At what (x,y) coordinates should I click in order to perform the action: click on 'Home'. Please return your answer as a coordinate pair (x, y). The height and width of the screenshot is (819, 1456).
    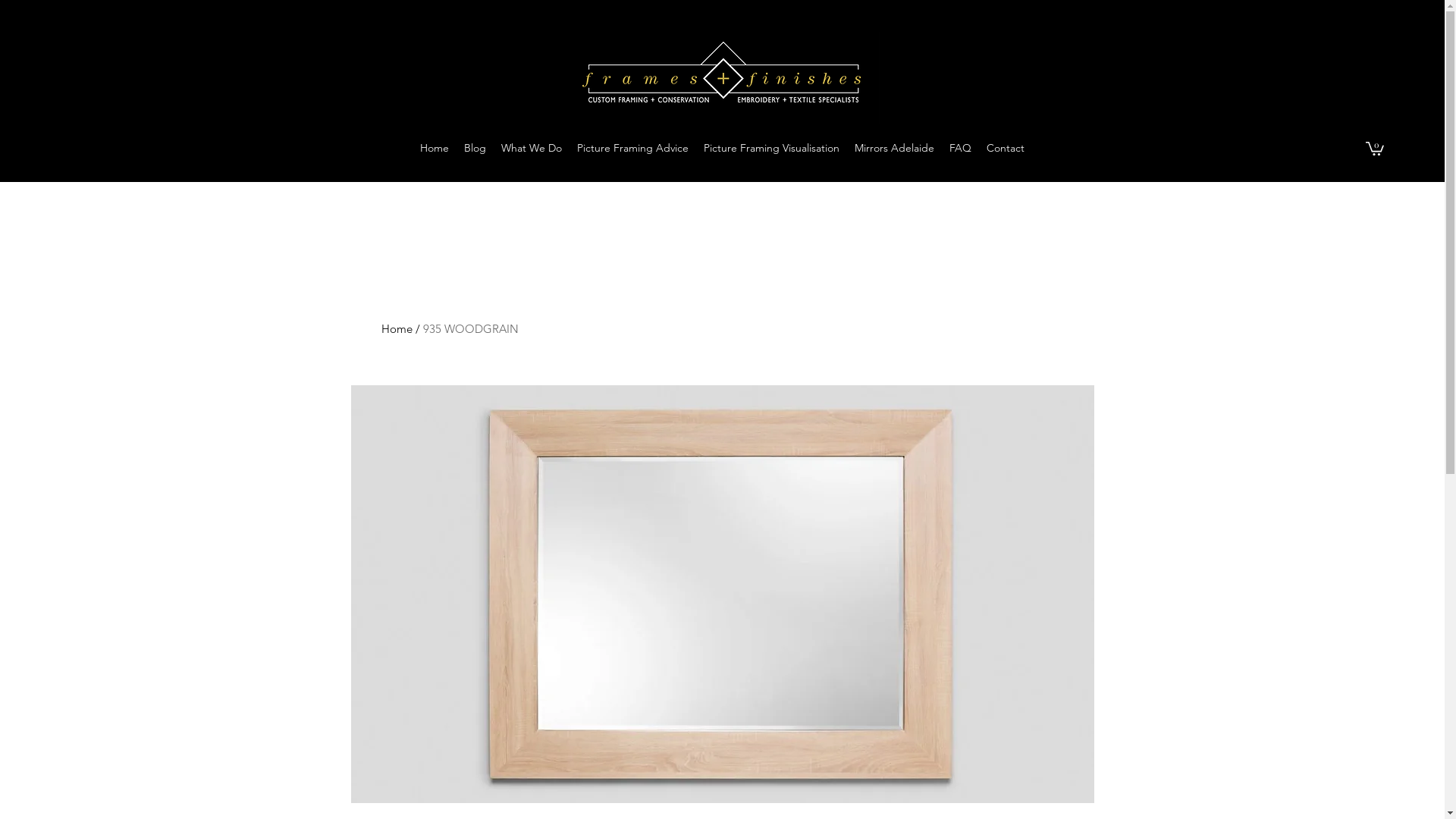
    Looking at the image, I should click on (433, 148).